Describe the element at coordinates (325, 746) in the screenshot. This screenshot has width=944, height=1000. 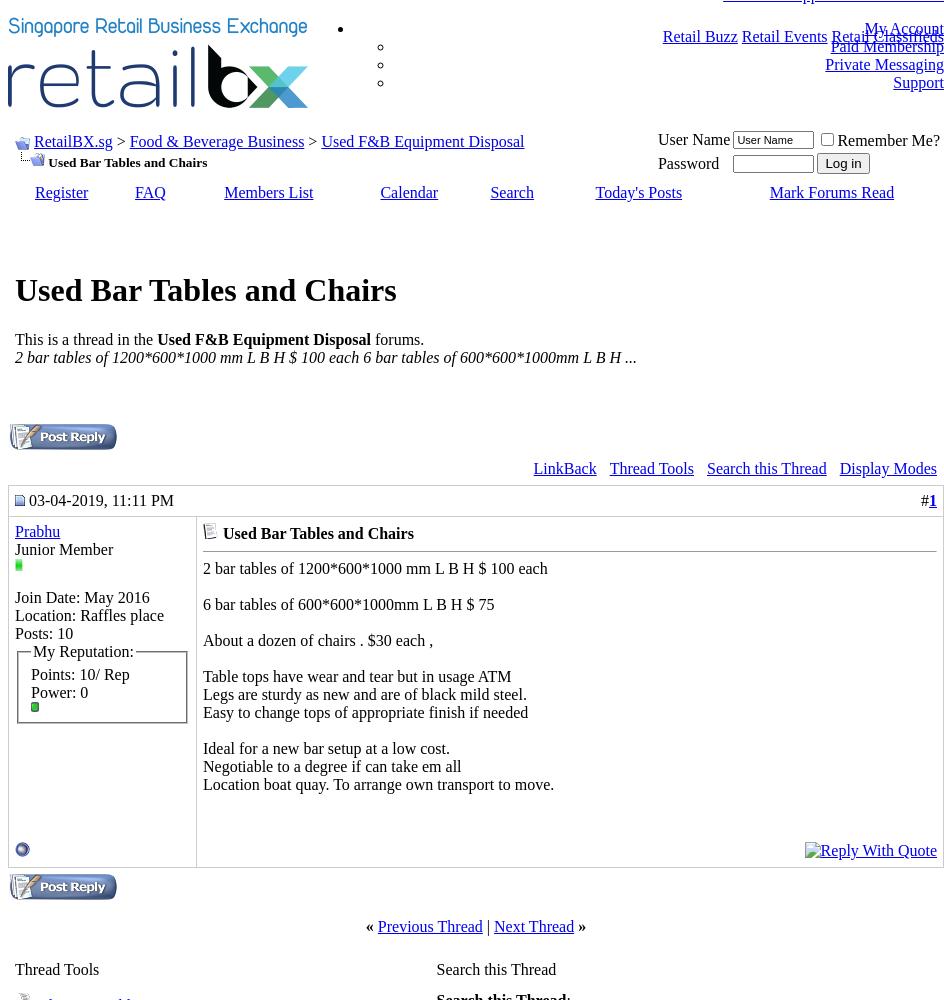
I see `'Ideal for a new bar setup at a low cost.'` at that location.